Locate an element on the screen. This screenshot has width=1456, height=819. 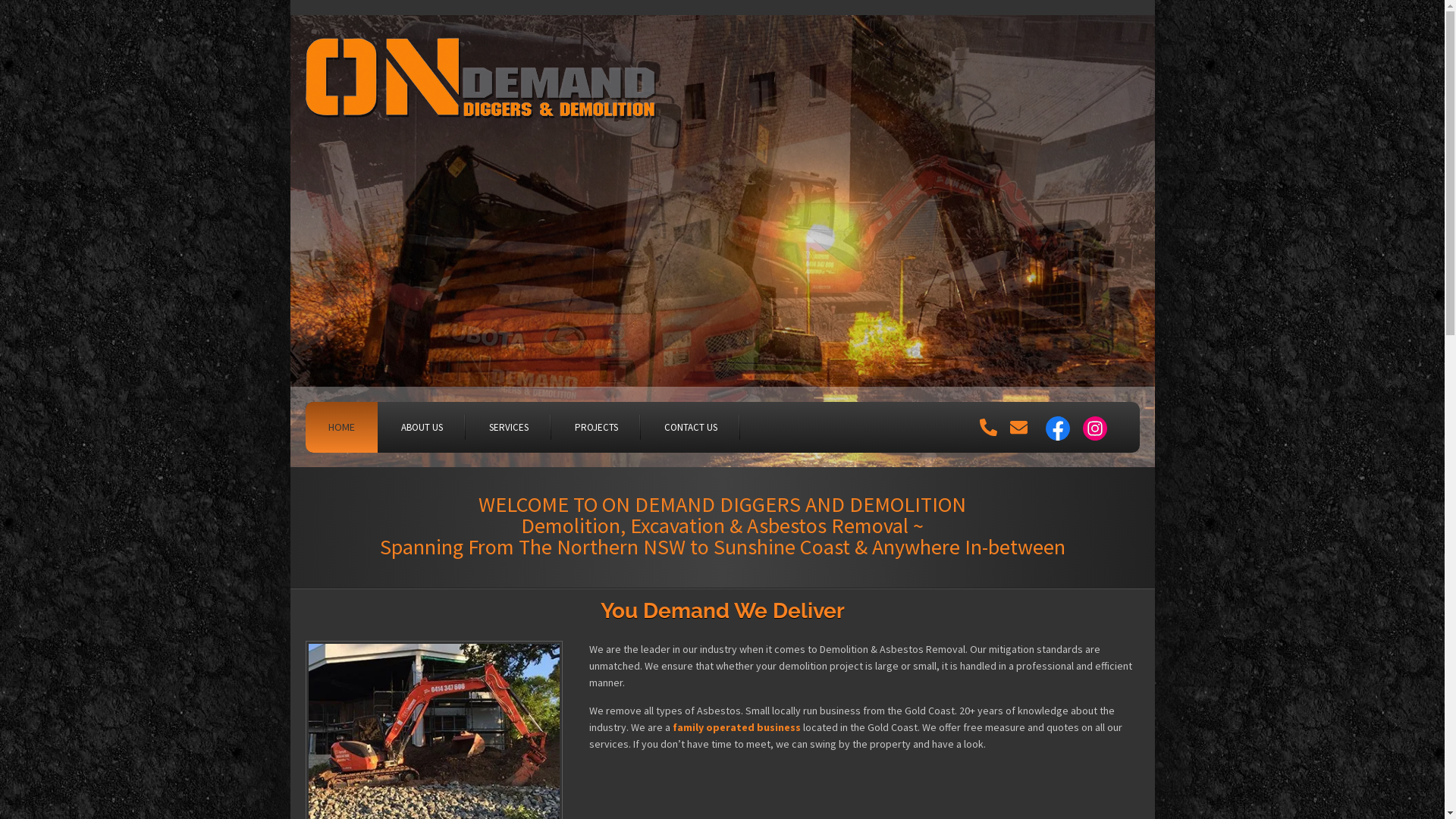
'ABOUT US' is located at coordinates (421, 427).